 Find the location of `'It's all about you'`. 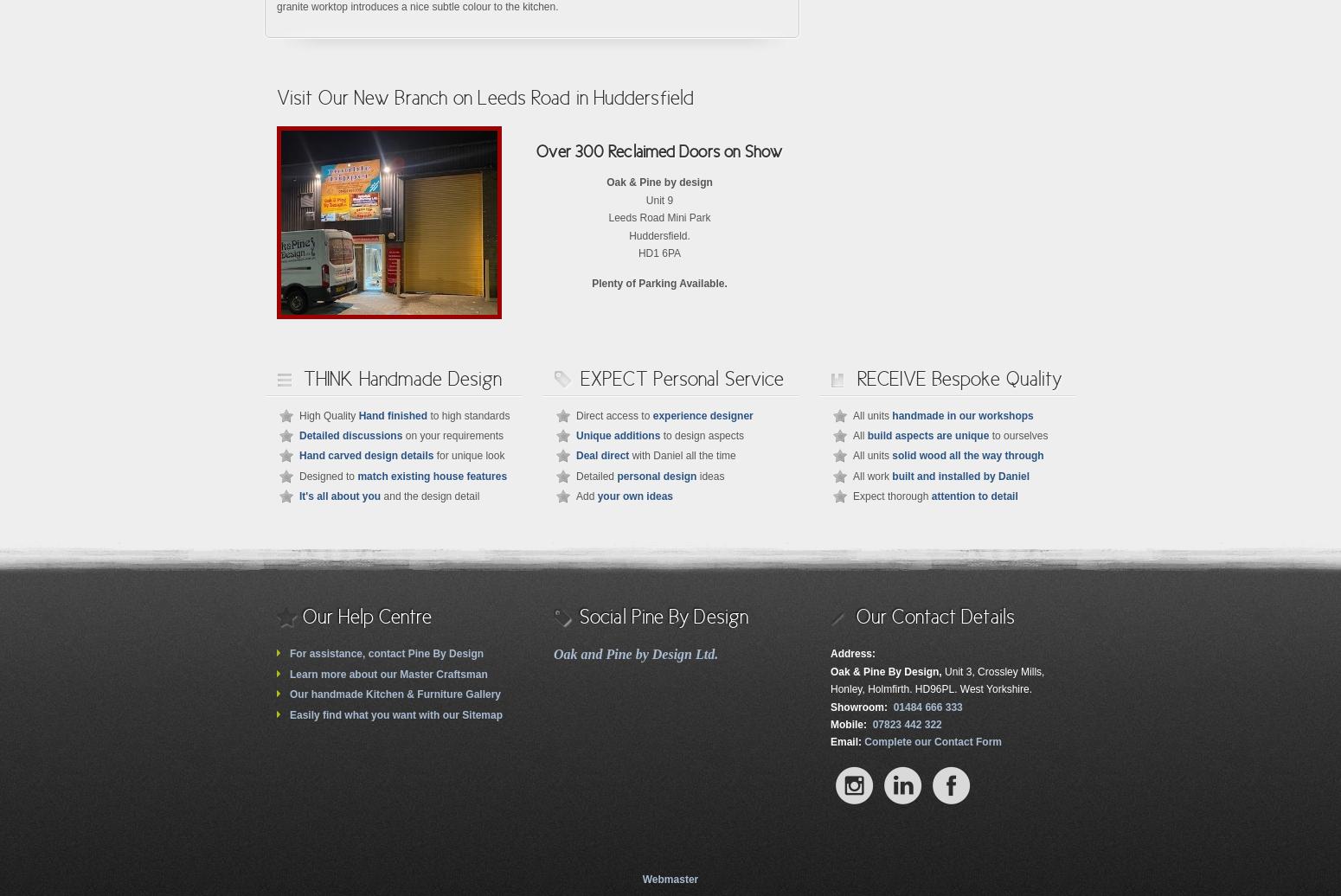

'It's all about you' is located at coordinates (339, 496).